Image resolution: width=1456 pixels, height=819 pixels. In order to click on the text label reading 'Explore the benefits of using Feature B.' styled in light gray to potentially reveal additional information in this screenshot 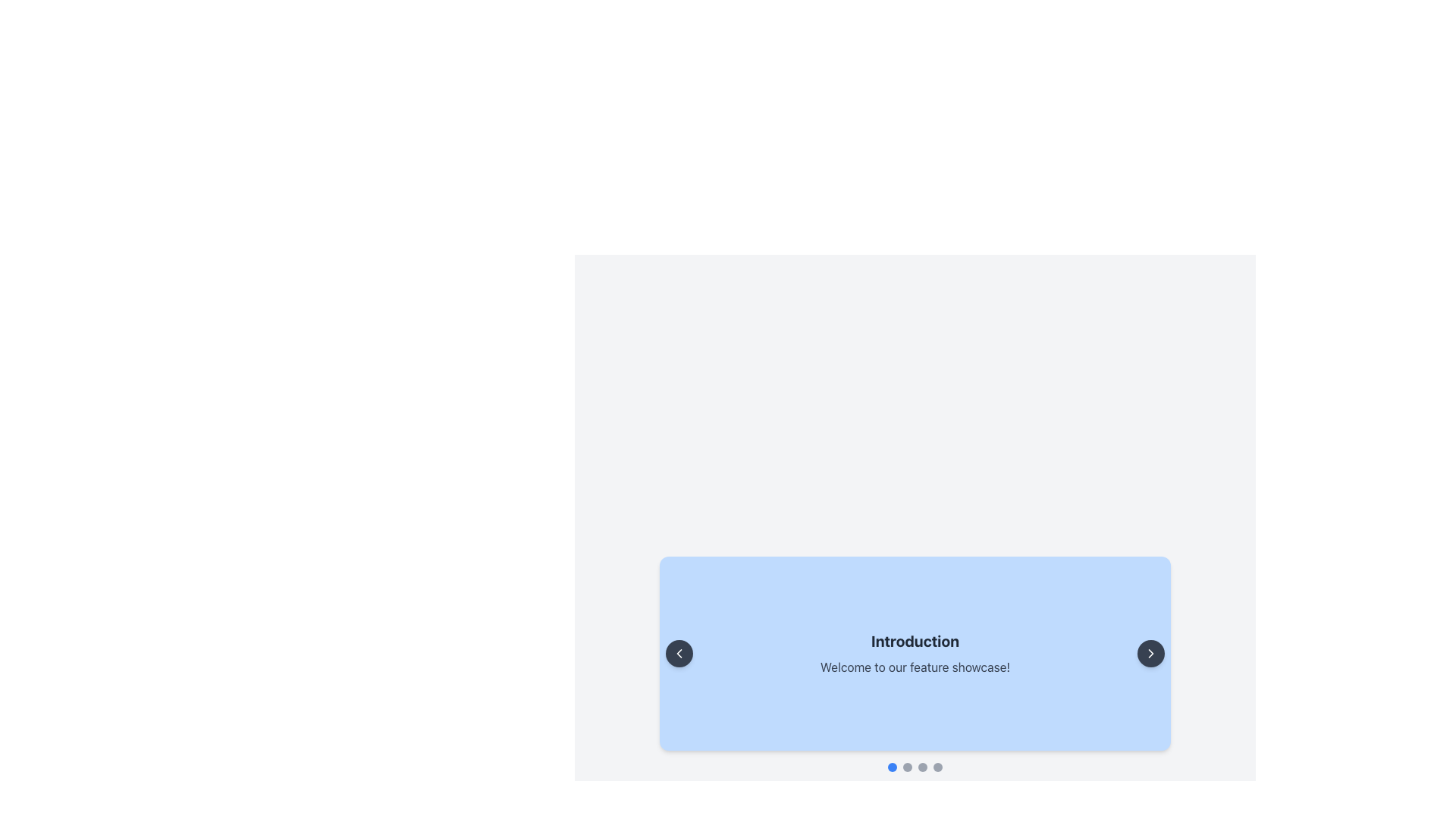, I will do `click(914, 666)`.